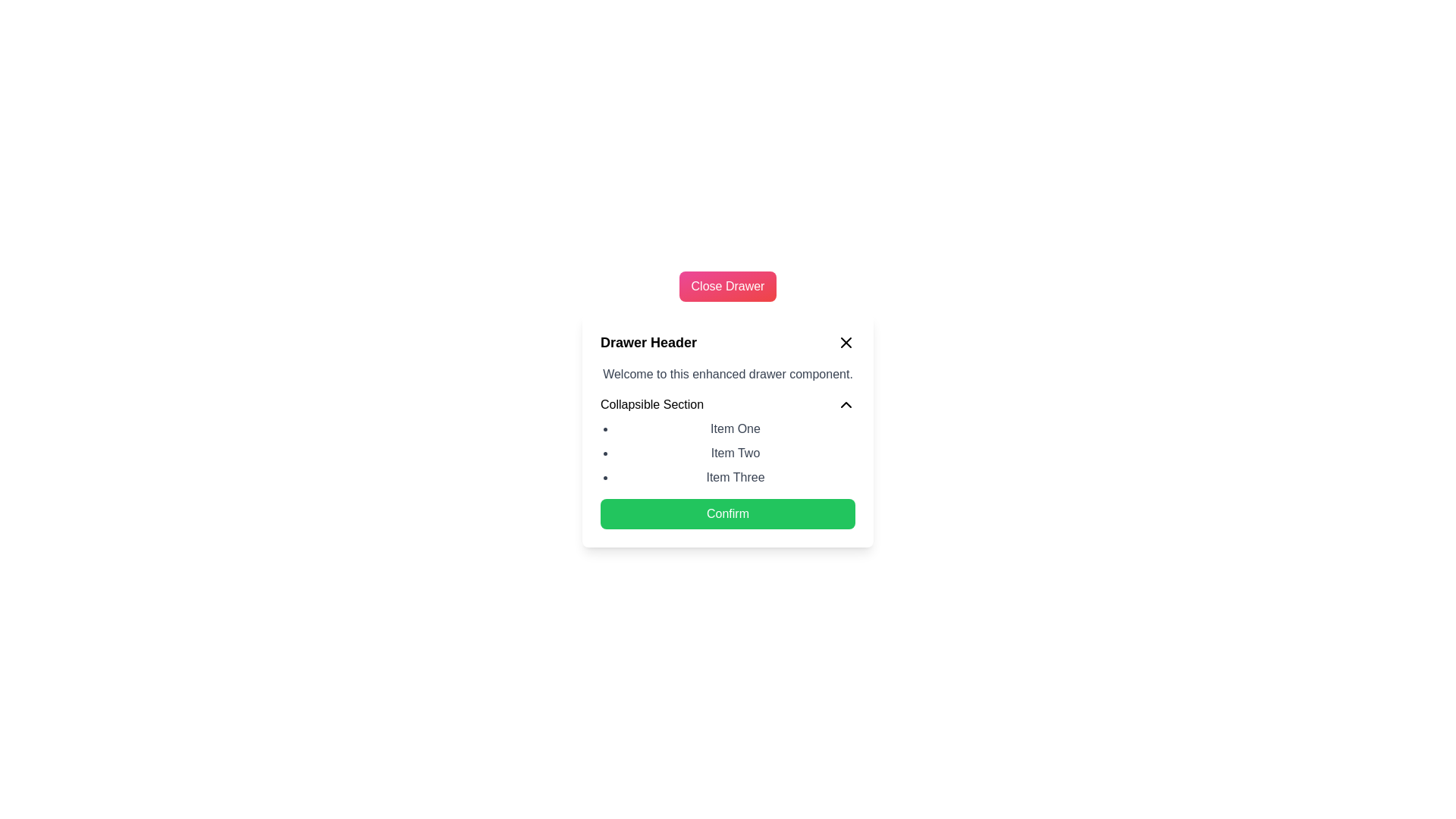 This screenshot has width=1456, height=819. What do you see at coordinates (846, 403) in the screenshot?
I see `the Toggle Icon (Chevron) located on the far-right side of the header labeled 'Collapsible Section'` at bounding box center [846, 403].